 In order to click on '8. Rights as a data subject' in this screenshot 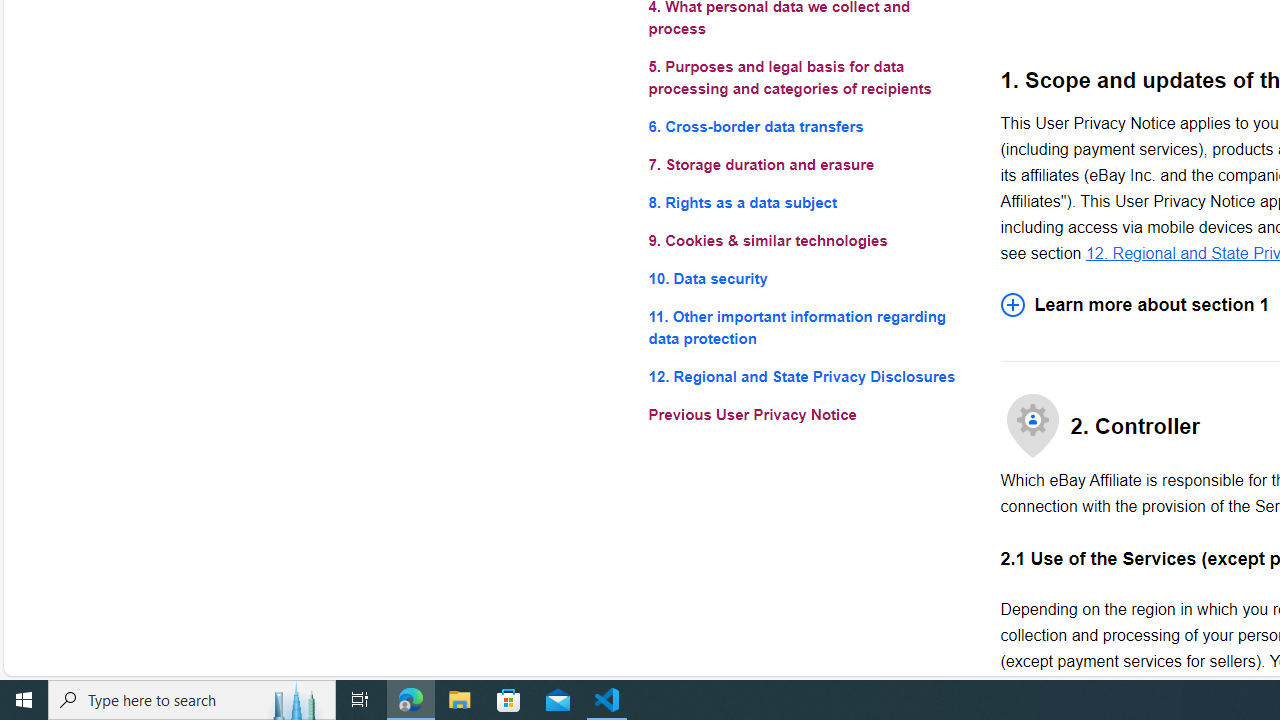, I will do `click(808, 203)`.